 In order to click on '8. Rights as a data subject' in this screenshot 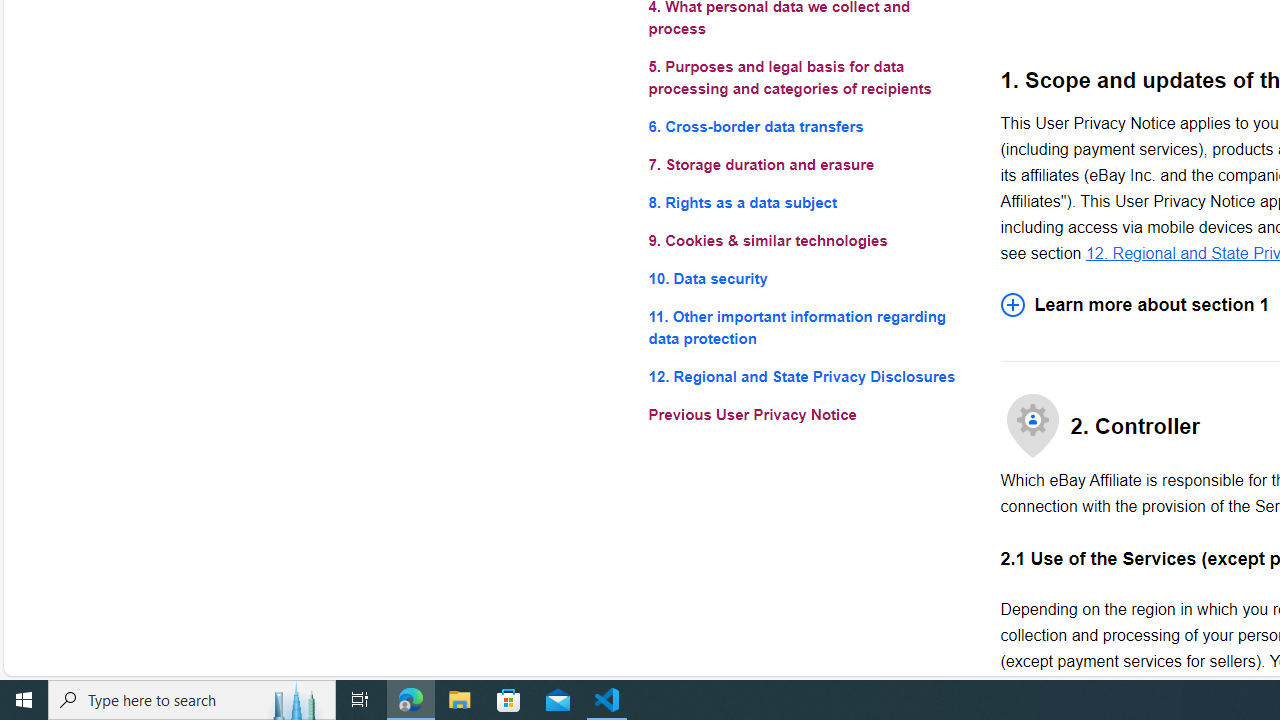, I will do `click(808, 203)`.